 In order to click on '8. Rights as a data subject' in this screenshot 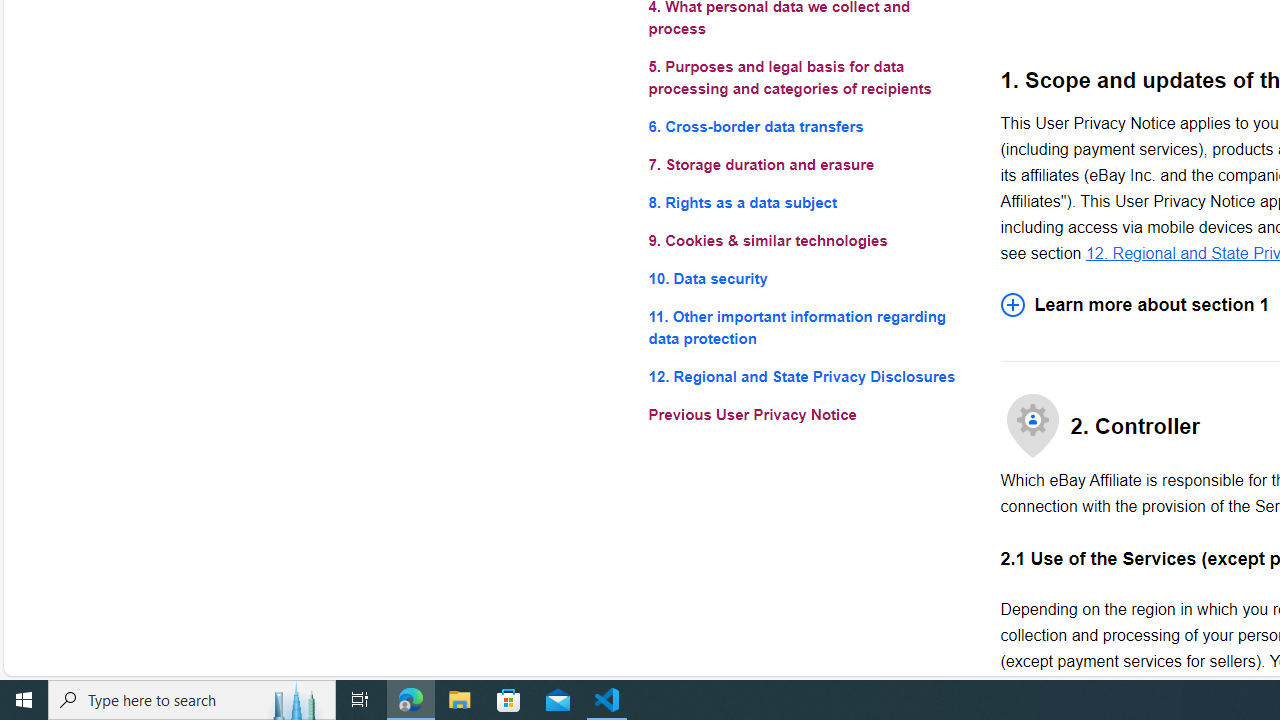, I will do `click(808, 203)`.